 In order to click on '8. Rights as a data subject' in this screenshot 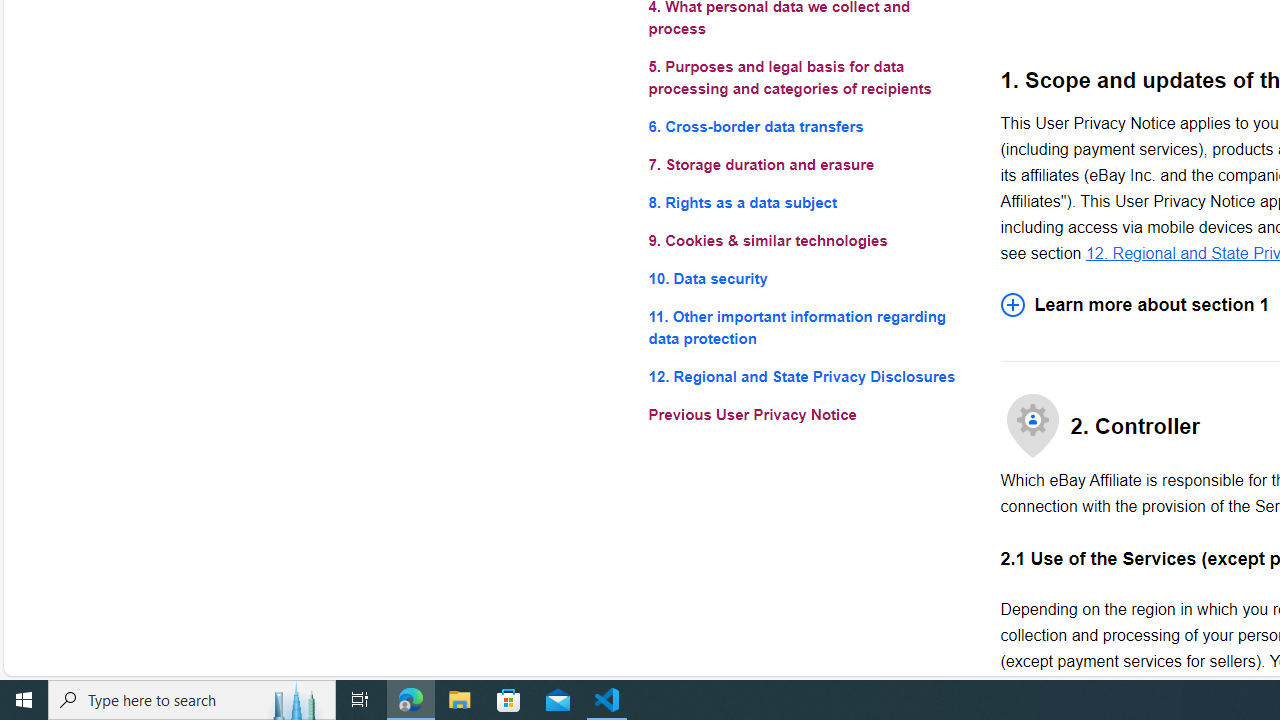, I will do `click(808, 203)`.